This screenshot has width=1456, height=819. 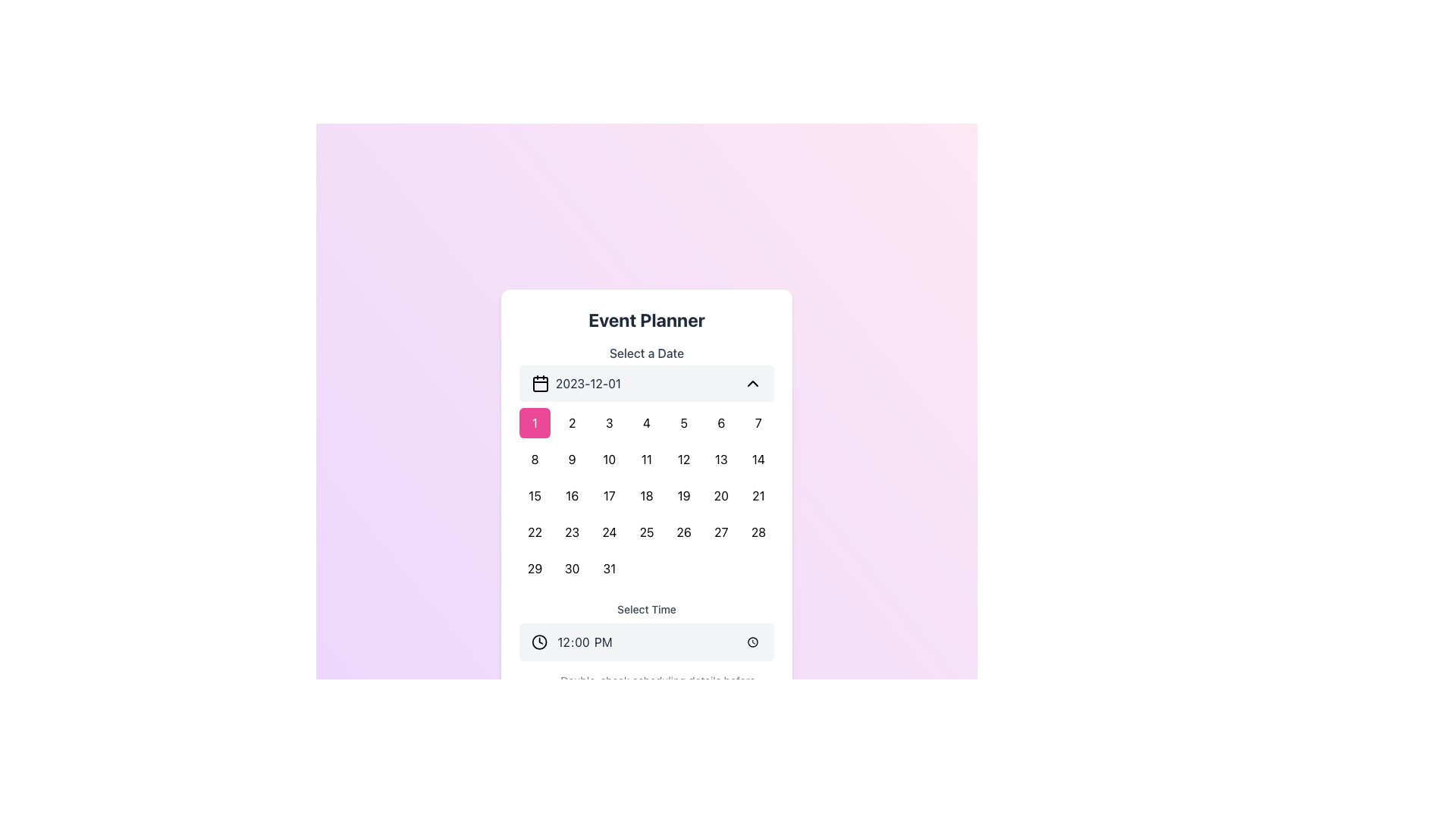 What do you see at coordinates (535, 532) in the screenshot?
I see `the selectable date button for the 22nd day in the calendar view, located in the fourth row and first column of the date-picker interface to trigger visual feedback` at bounding box center [535, 532].